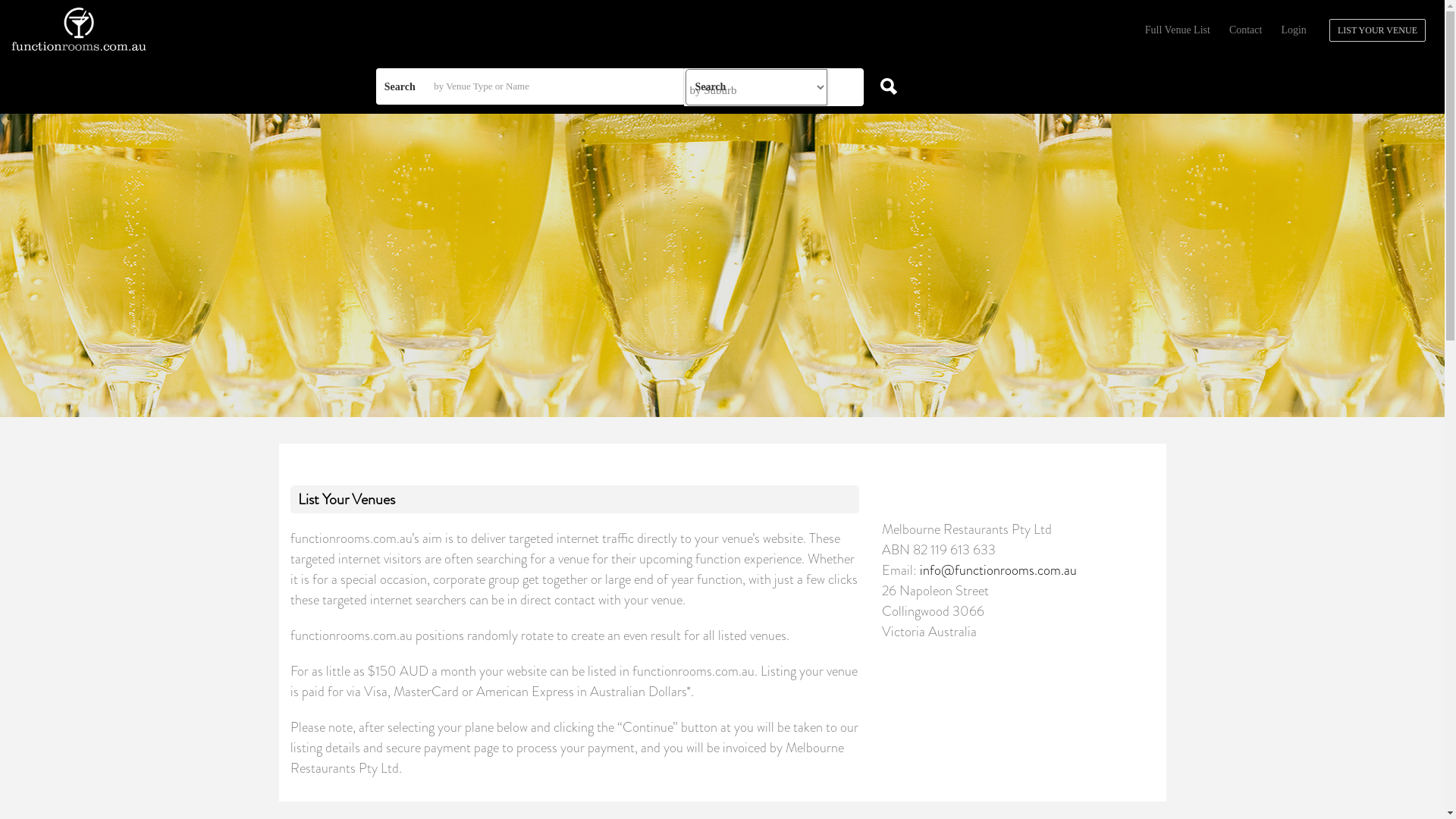 The image size is (1456, 819). Describe the element at coordinates (997, 570) in the screenshot. I see `'info@functionrooms.com.au'` at that location.